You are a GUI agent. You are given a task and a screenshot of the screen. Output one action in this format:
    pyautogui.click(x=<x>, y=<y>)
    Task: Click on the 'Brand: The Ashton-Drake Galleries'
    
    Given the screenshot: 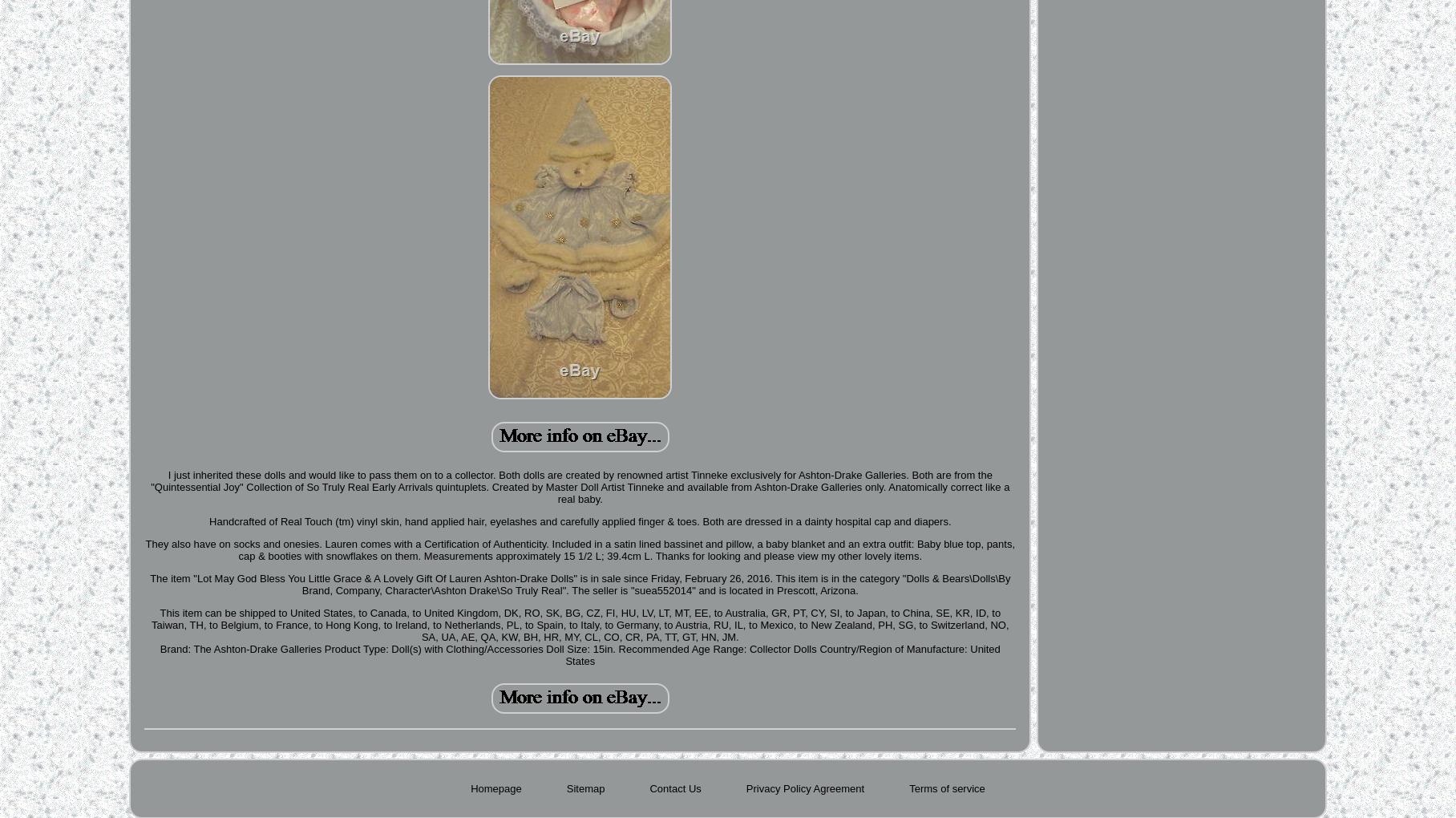 What is the action you would take?
    pyautogui.click(x=240, y=649)
    